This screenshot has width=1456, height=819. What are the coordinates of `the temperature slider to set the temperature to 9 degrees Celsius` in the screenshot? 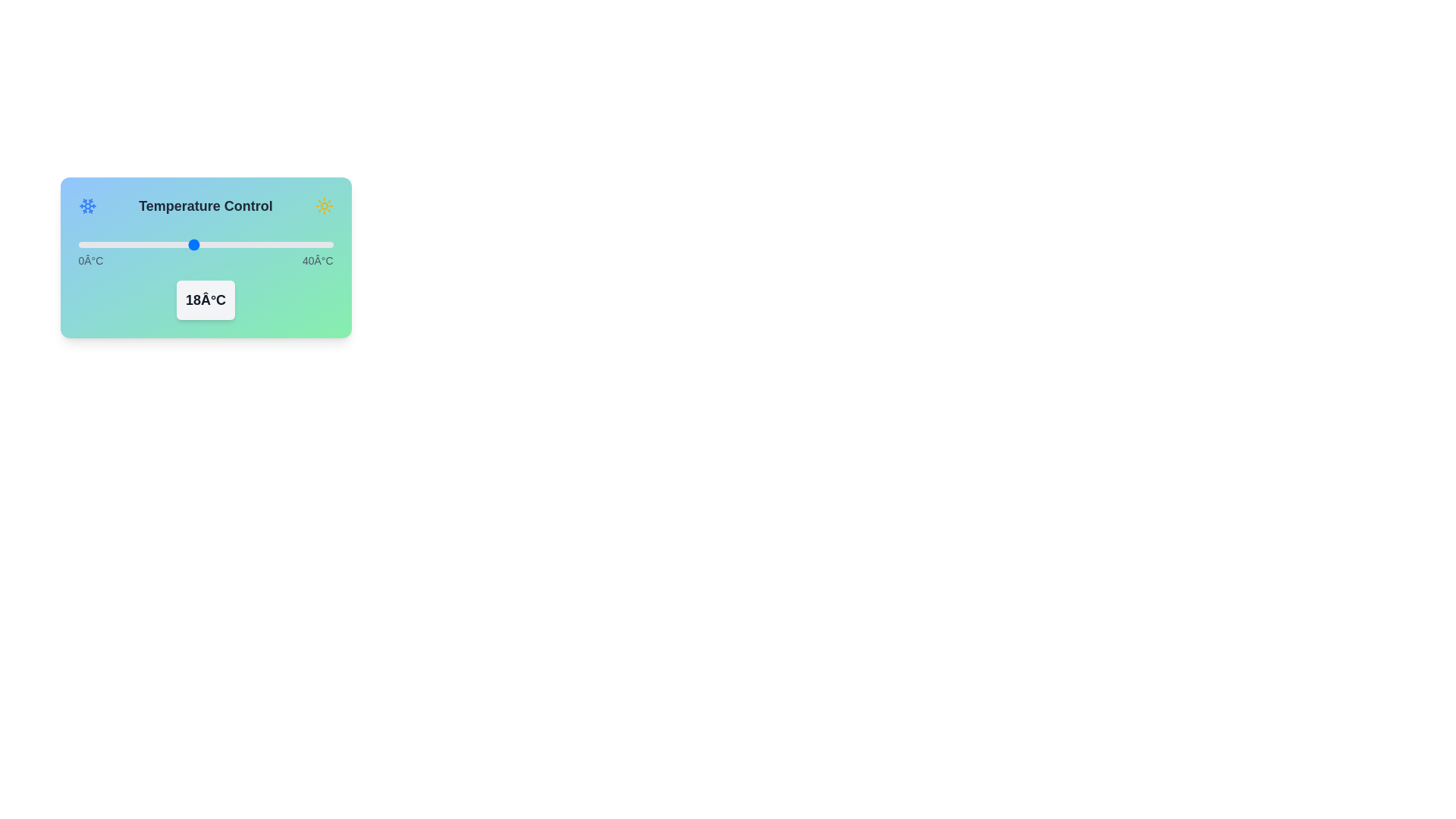 It's located at (136, 244).